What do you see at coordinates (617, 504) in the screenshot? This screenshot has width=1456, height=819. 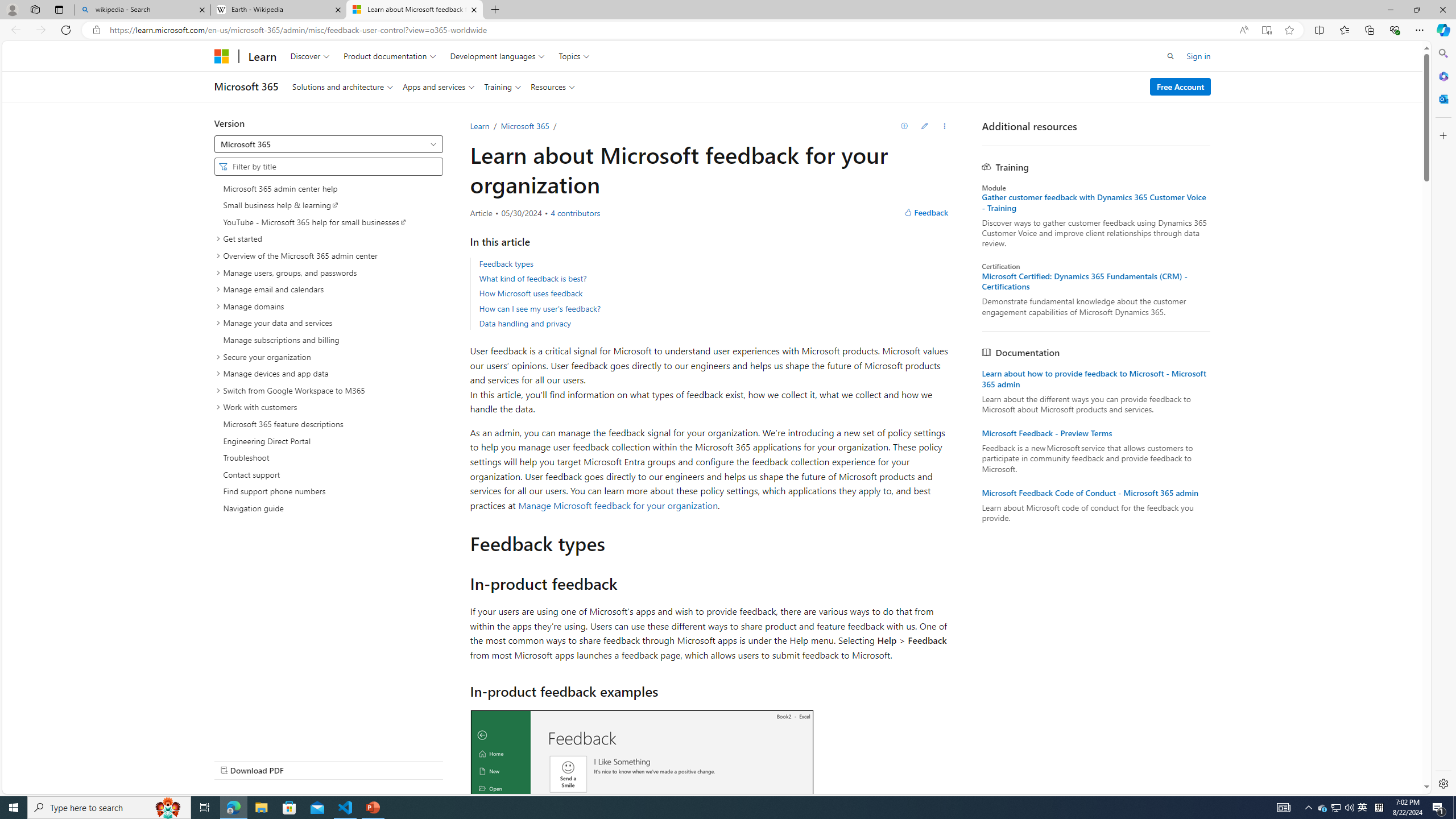 I see `'Manage Microsoft feedback for your organization'` at bounding box center [617, 504].